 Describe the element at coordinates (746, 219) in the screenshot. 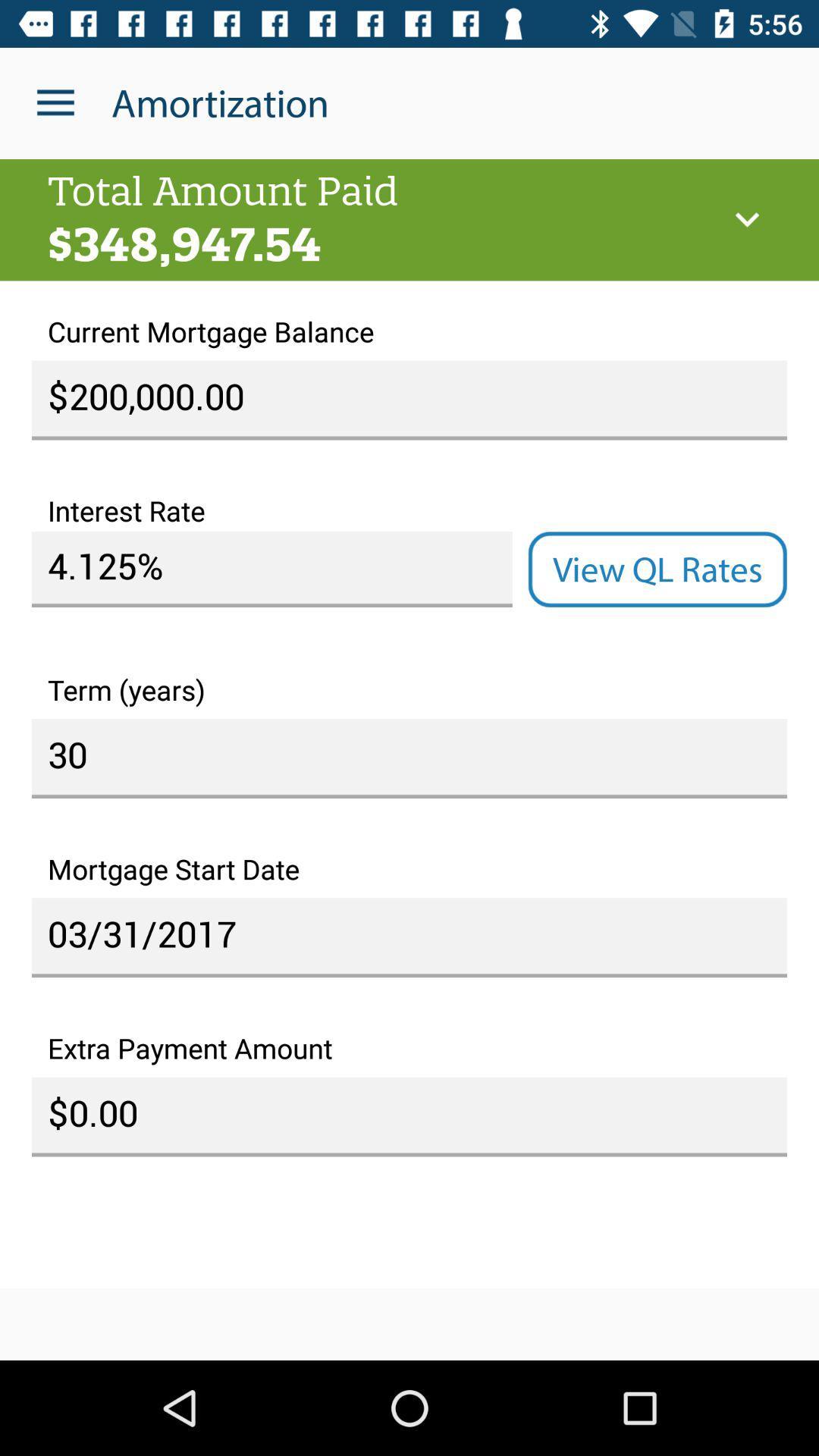

I see `the expand_more icon` at that location.